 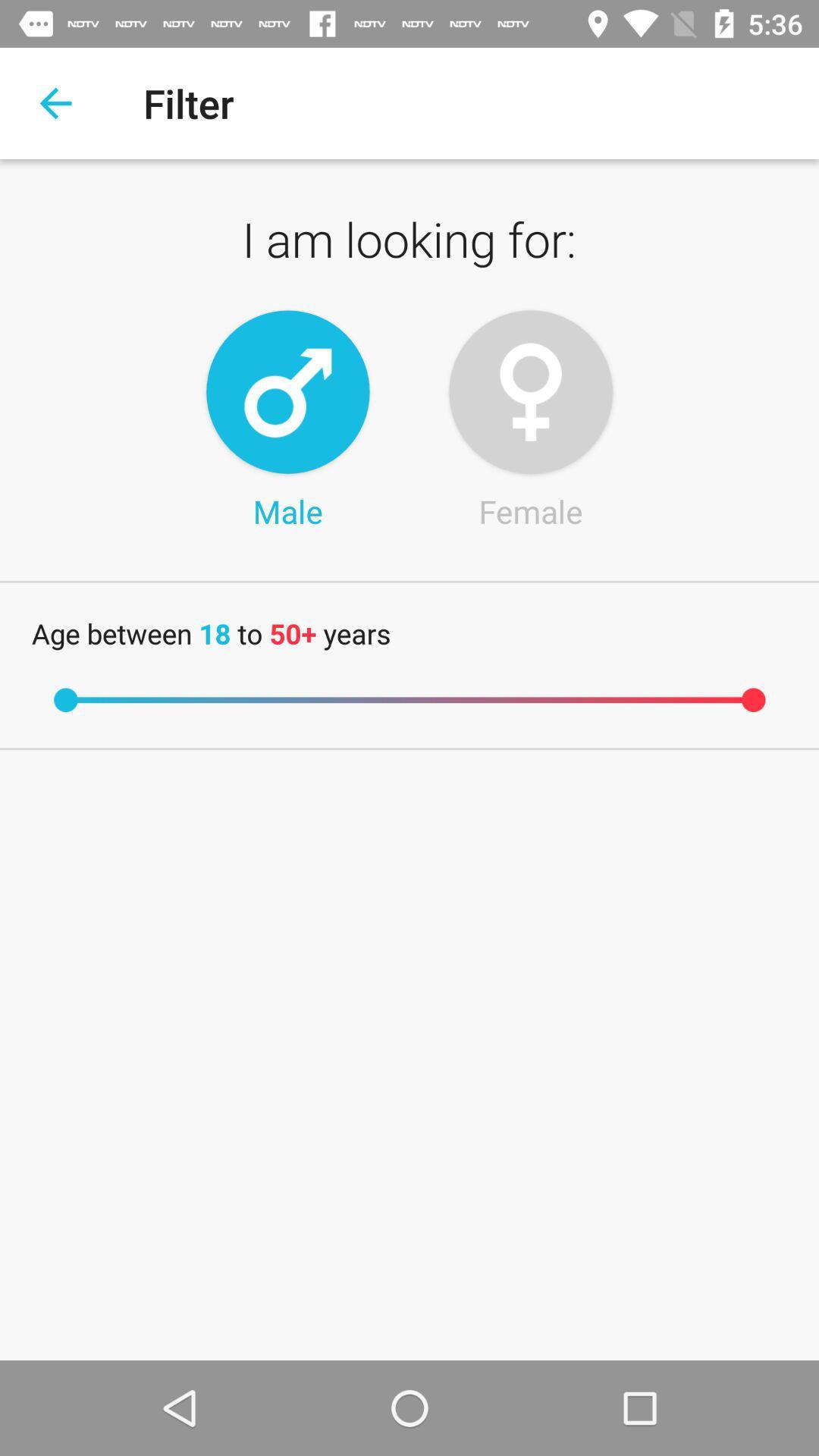 What do you see at coordinates (55, 102) in the screenshot?
I see `icon next to the filter icon` at bounding box center [55, 102].